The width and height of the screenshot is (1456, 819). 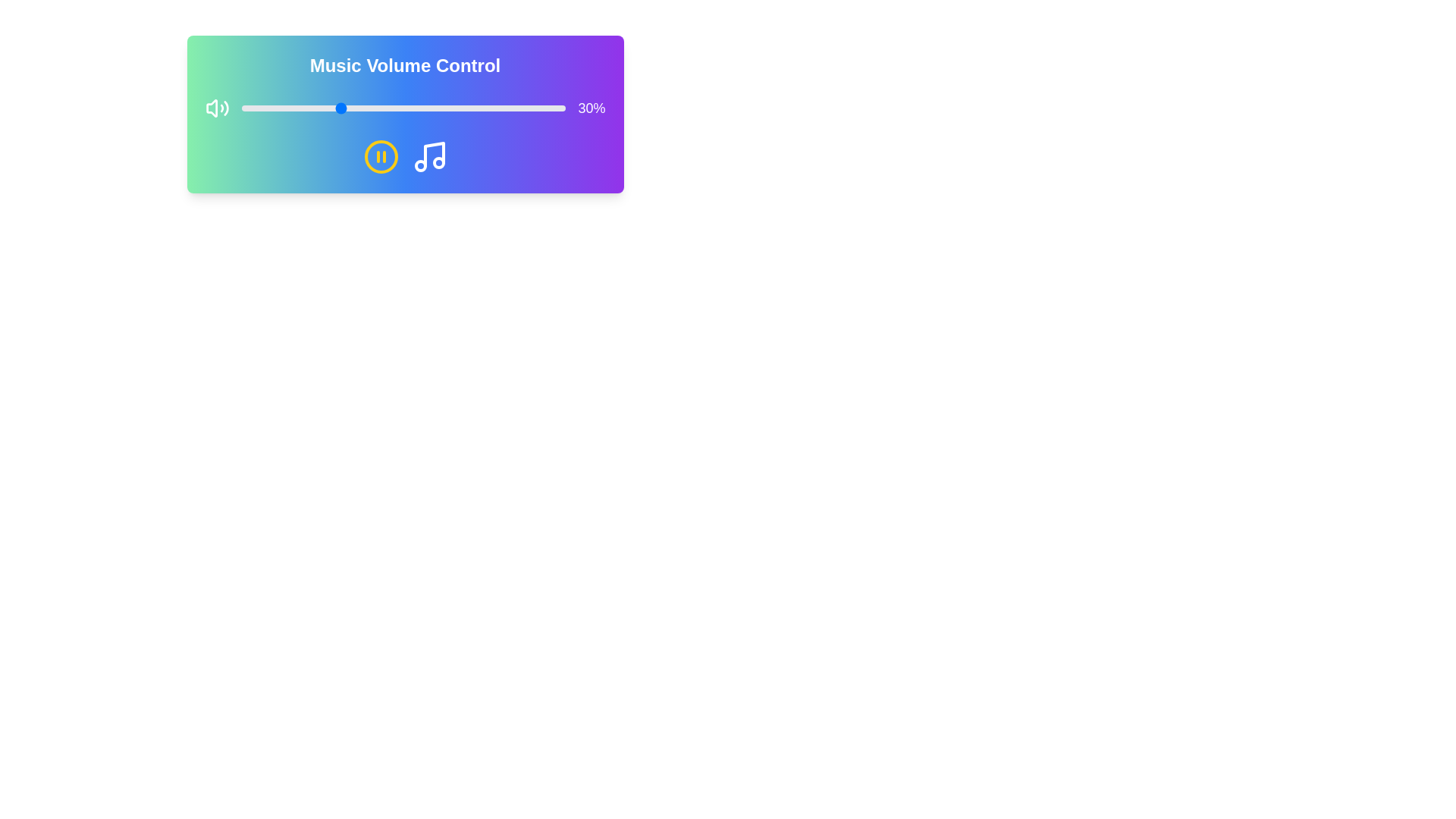 What do you see at coordinates (381, 157) in the screenshot?
I see `the first circular SVG graphical icon representing a pause or stop function, located centrally within the icon area, which includes a music symbol to its right` at bounding box center [381, 157].